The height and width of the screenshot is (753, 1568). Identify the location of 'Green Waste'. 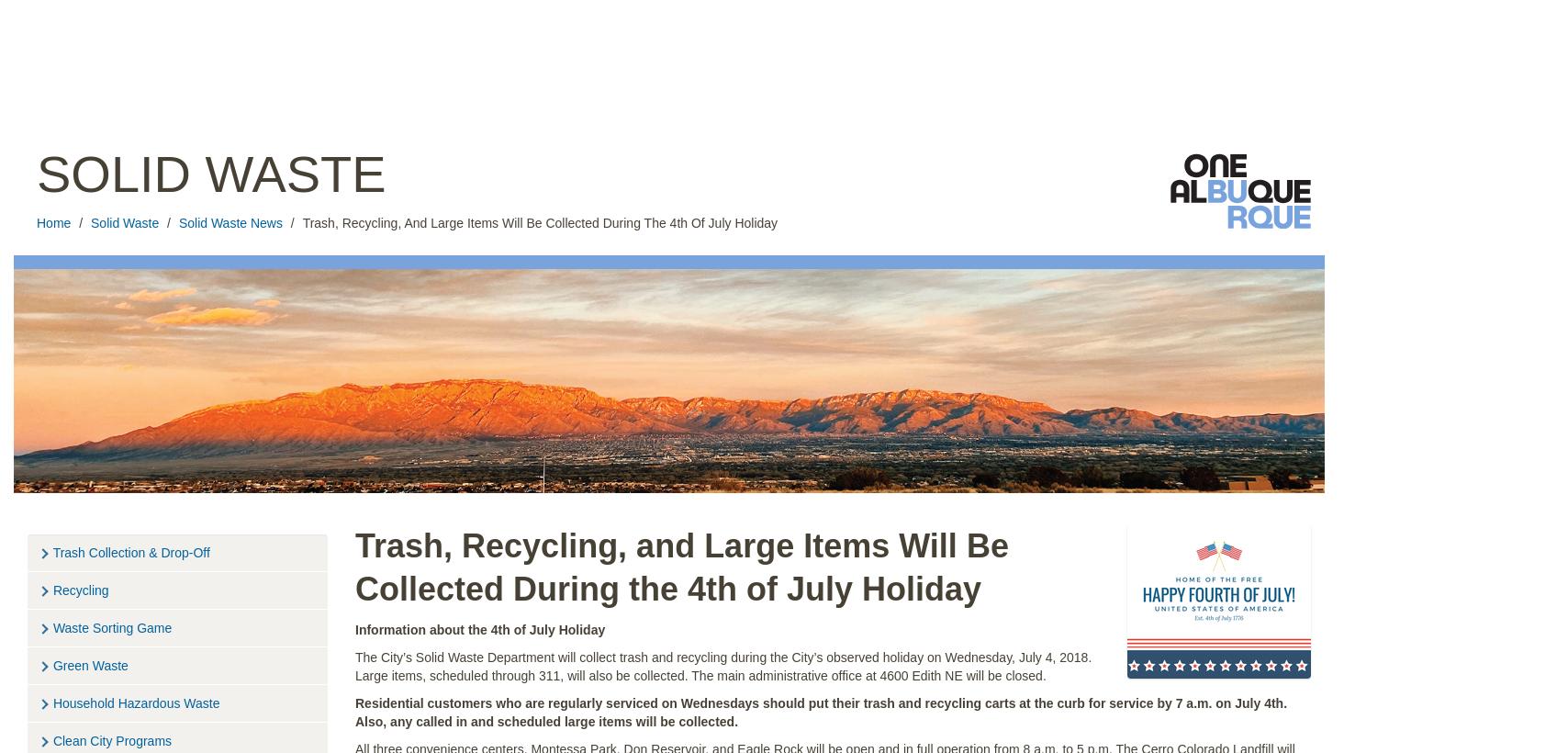
(49, 663).